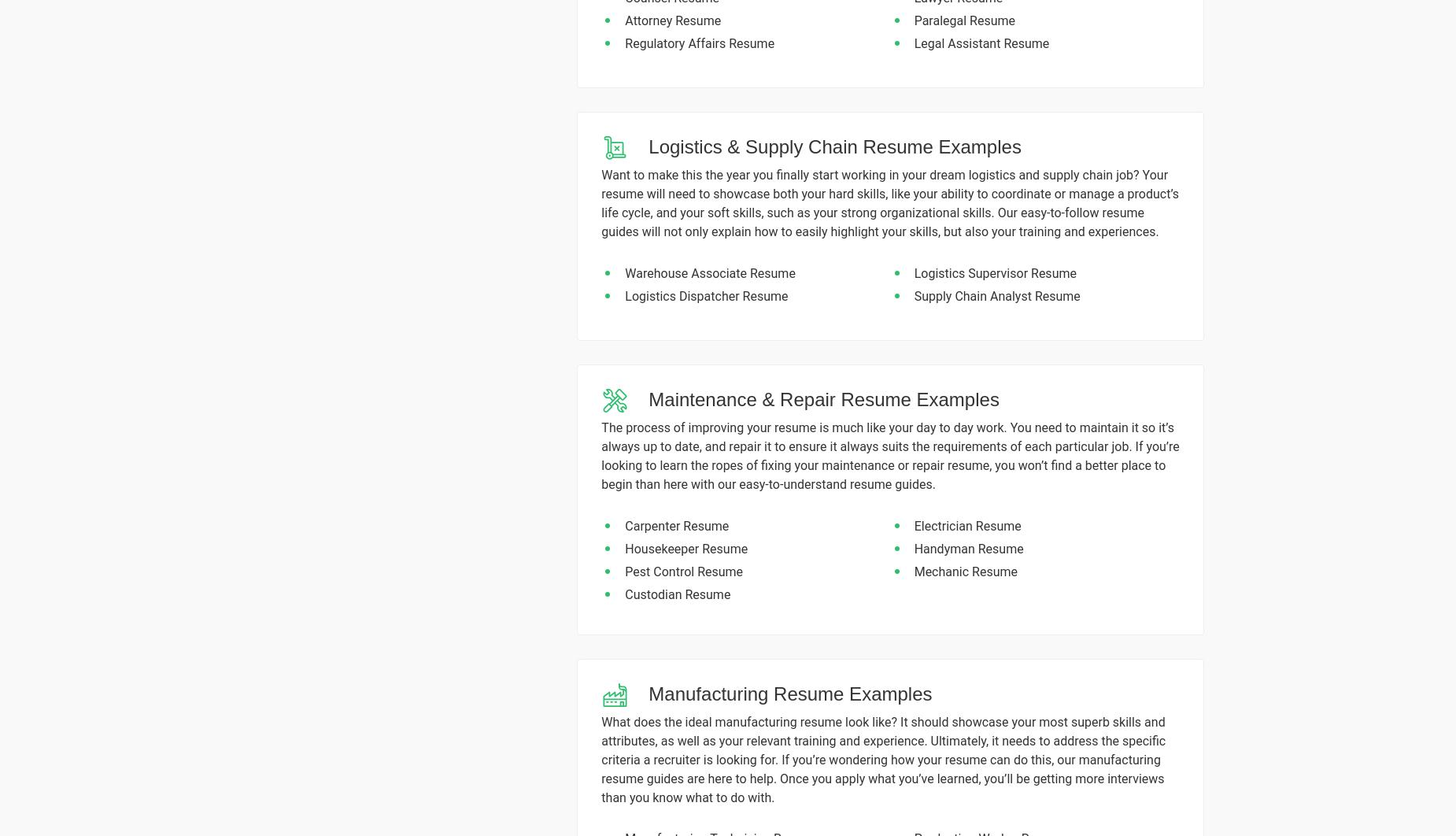 The height and width of the screenshot is (836, 1456). What do you see at coordinates (967, 548) in the screenshot?
I see `'Handyman Resume'` at bounding box center [967, 548].